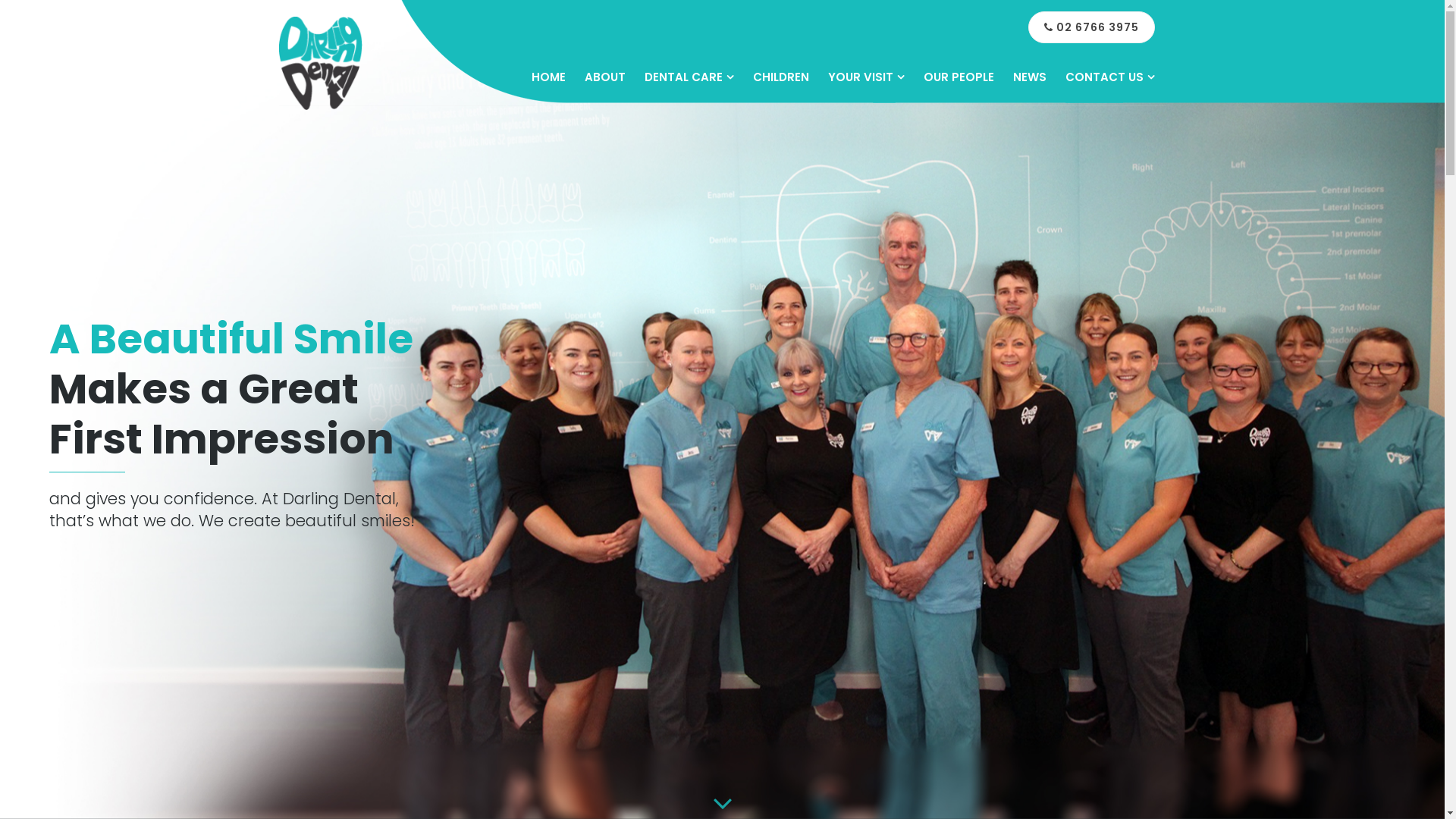 Image resolution: width=1456 pixels, height=819 pixels. What do you see at coordinates (1063, 77) in the screenshot?
I see `'CONTACT US'` at bounding box center [1063, 77].